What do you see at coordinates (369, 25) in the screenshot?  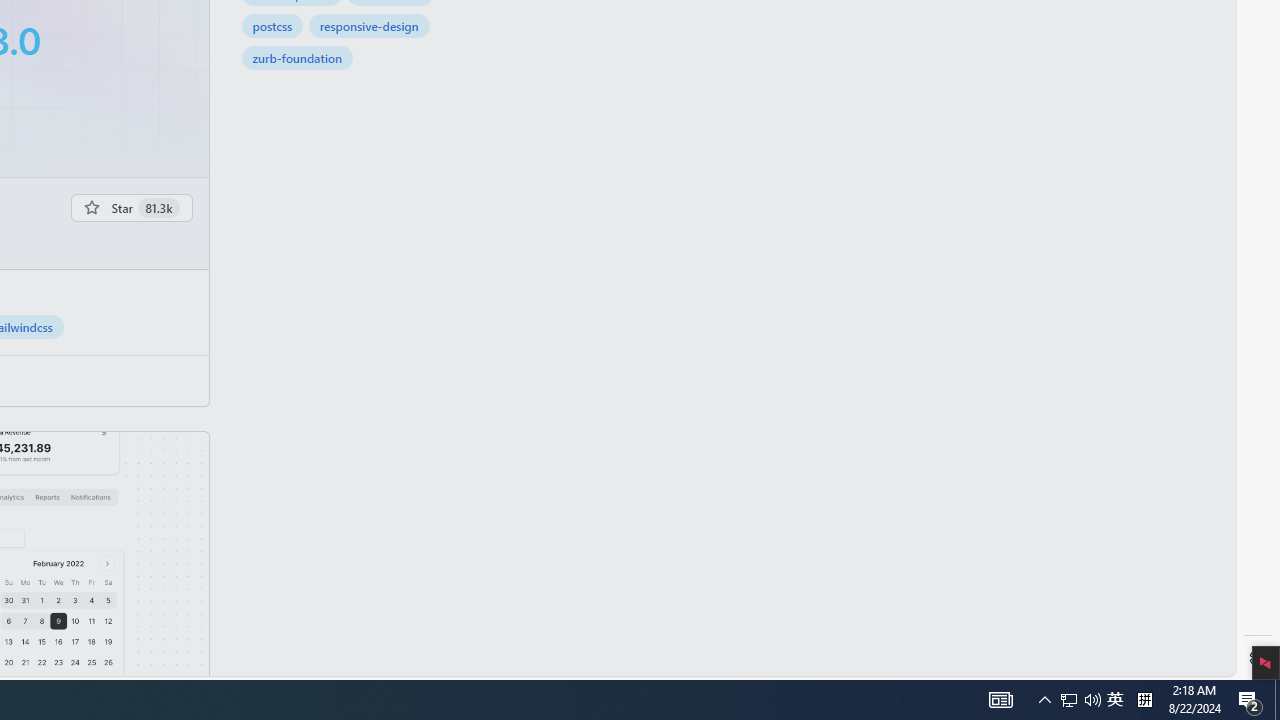 I see `'responsive-design'` at bounding box center [369, 25].